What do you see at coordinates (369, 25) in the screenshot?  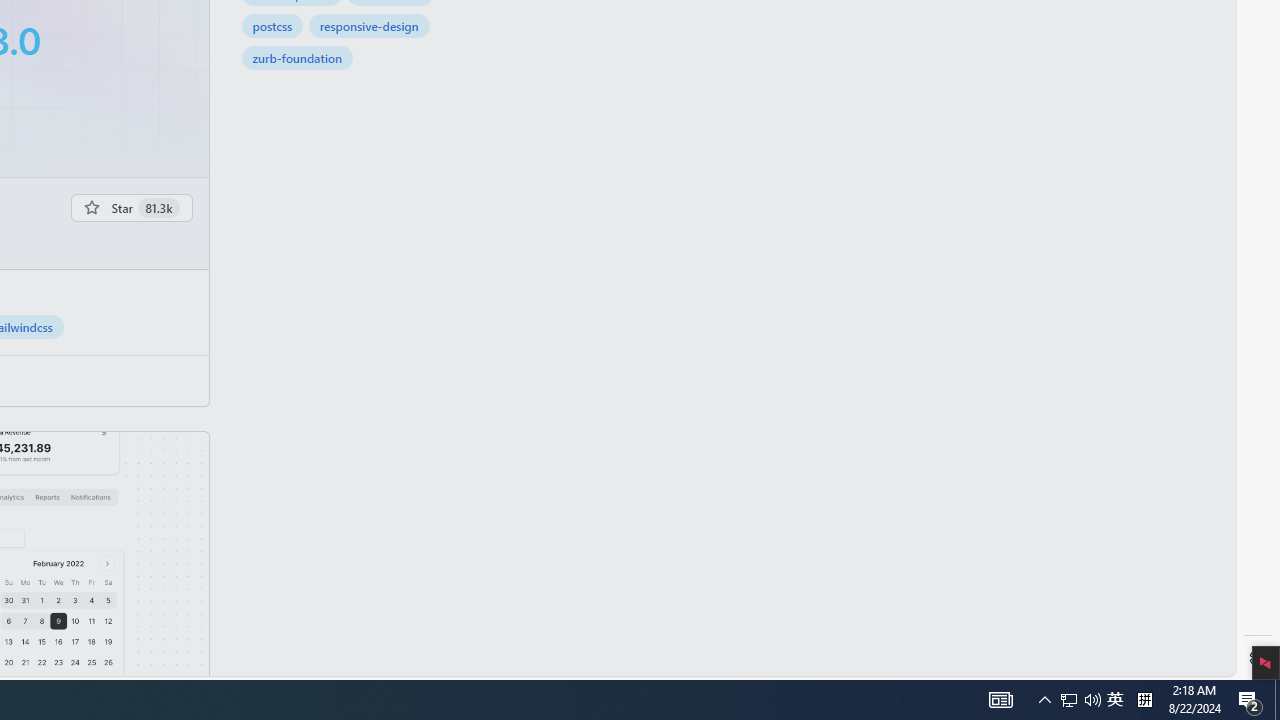 I see `'responsive-design'` at bounding box center [369, 25].